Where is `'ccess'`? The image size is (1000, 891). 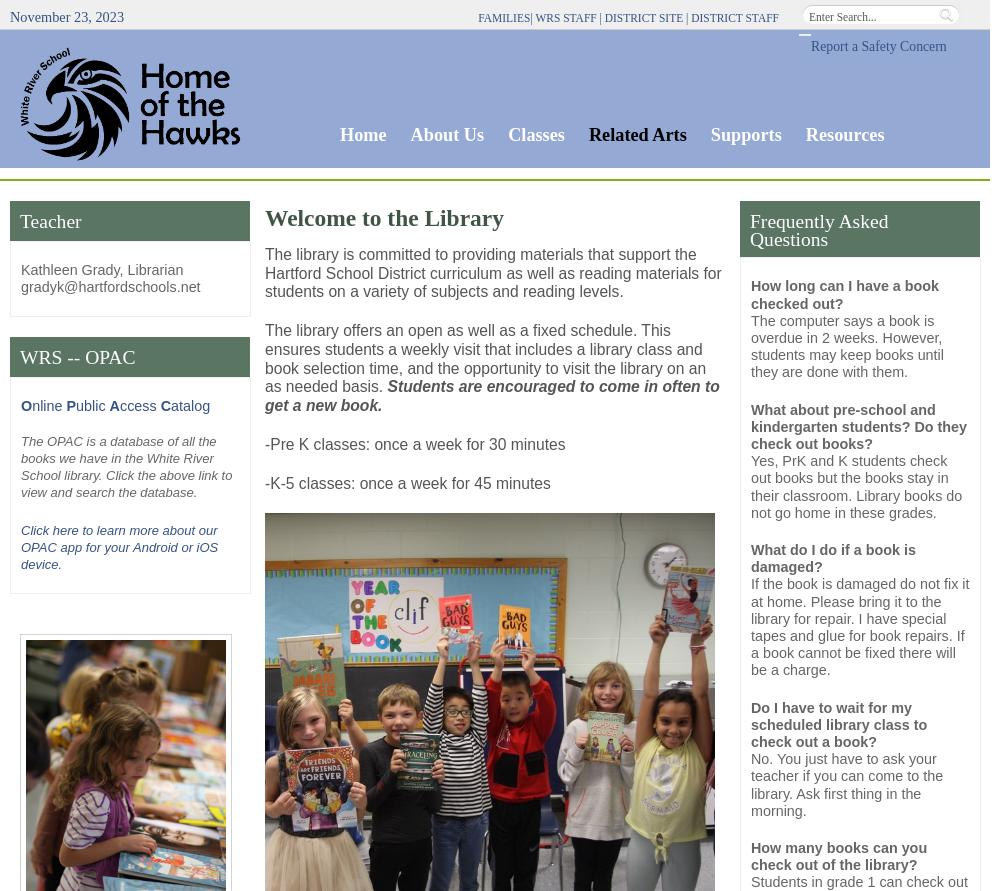
'ccess' is located at coordinates (139, 406).